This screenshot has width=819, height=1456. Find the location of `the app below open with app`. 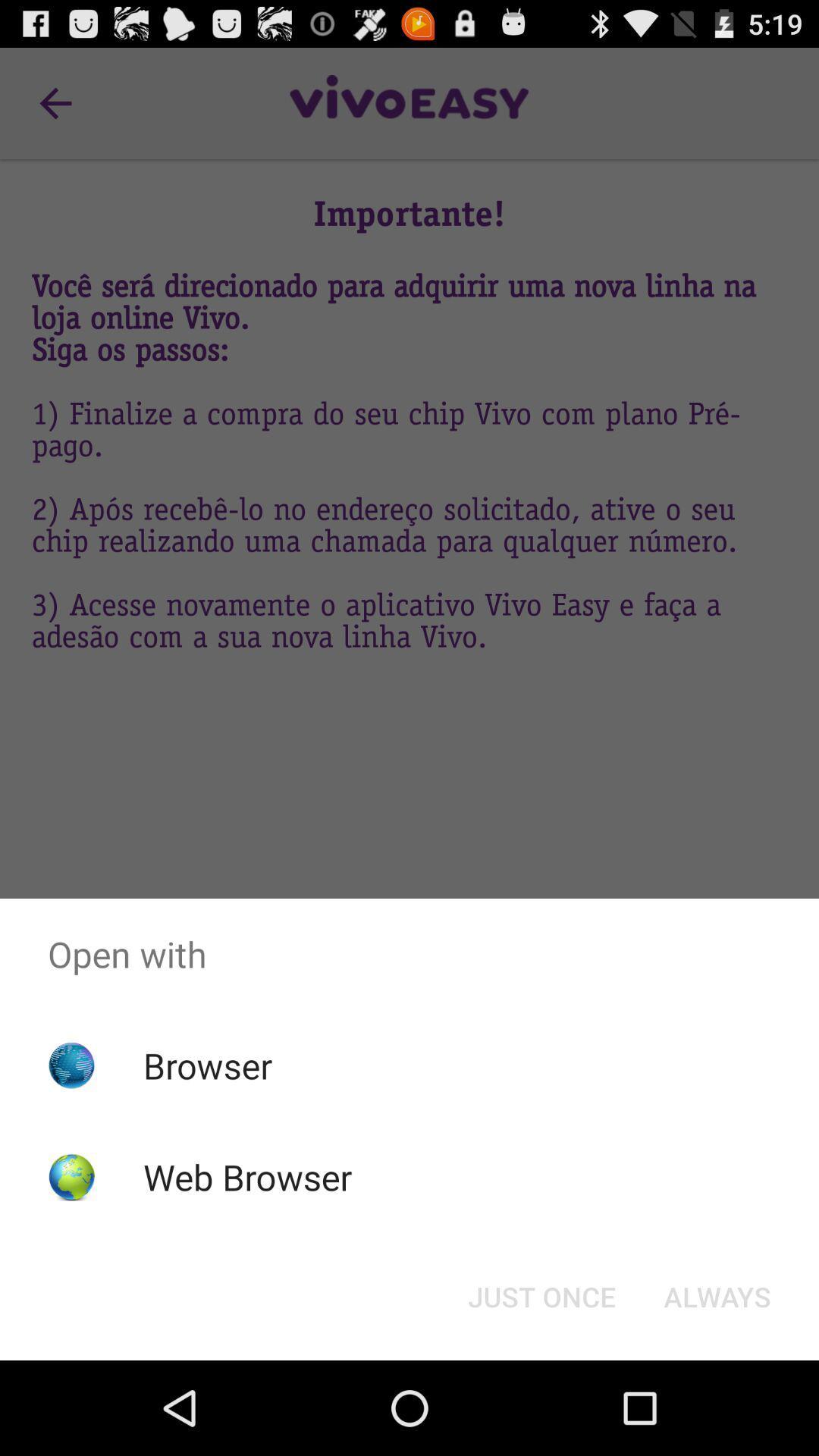

the app below open with app is located at coordinates (717, 1295).